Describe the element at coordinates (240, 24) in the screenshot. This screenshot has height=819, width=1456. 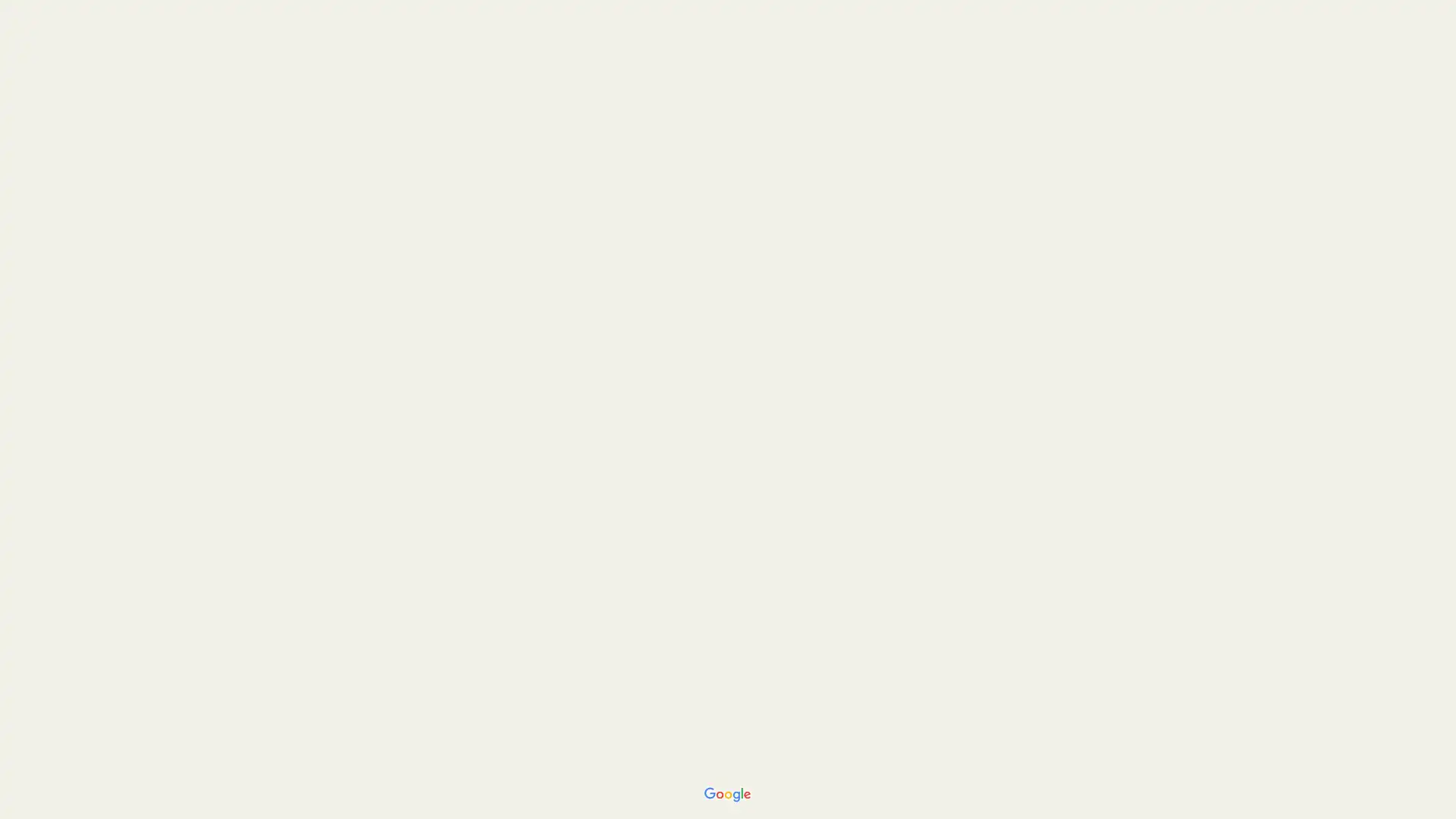
I see `Search` at that location.